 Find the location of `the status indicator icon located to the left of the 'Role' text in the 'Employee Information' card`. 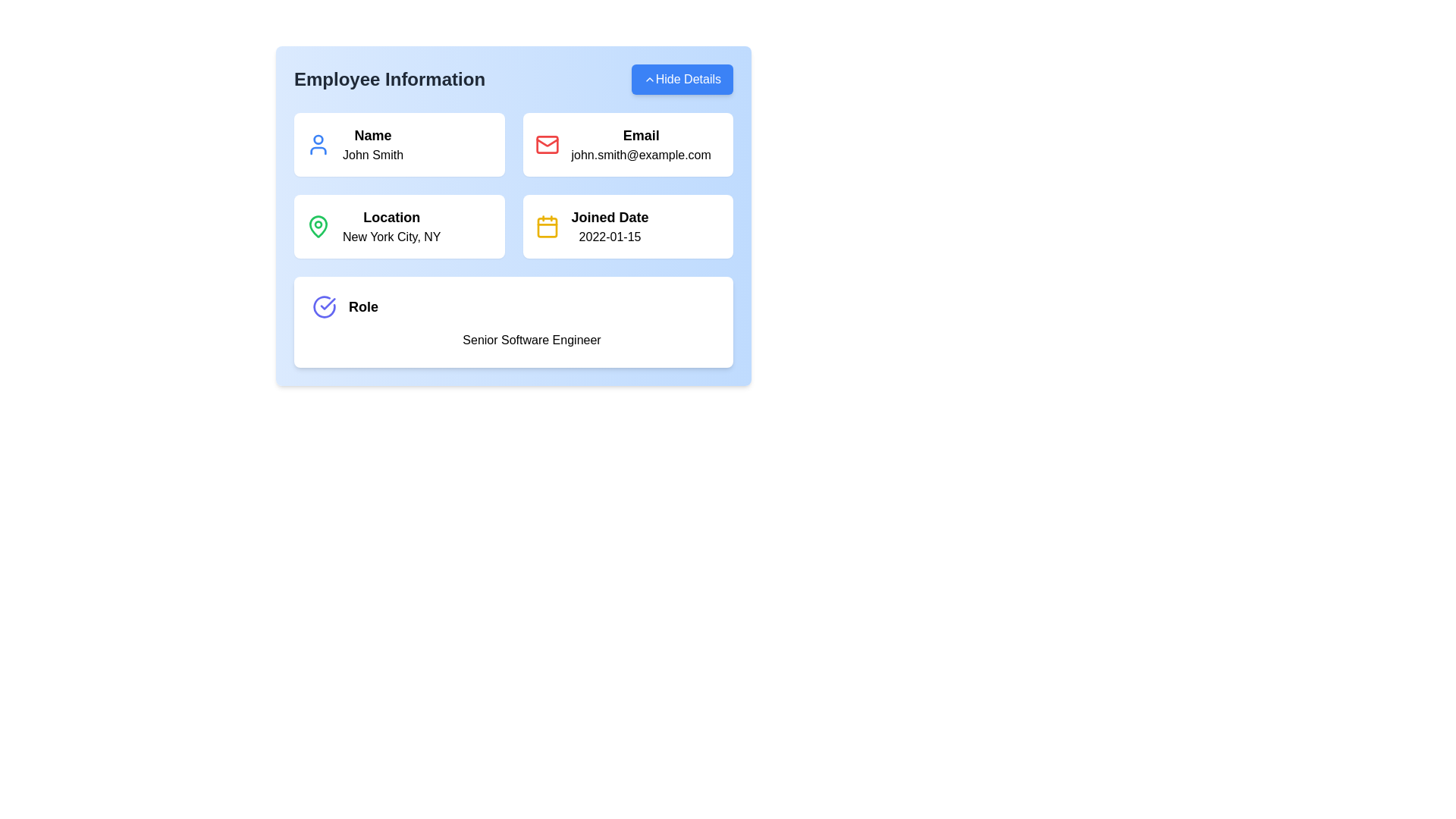

the status indicator icon located to the left of the 'Role' text in the 'Employee Information' card is located at coordinates (323, 307).